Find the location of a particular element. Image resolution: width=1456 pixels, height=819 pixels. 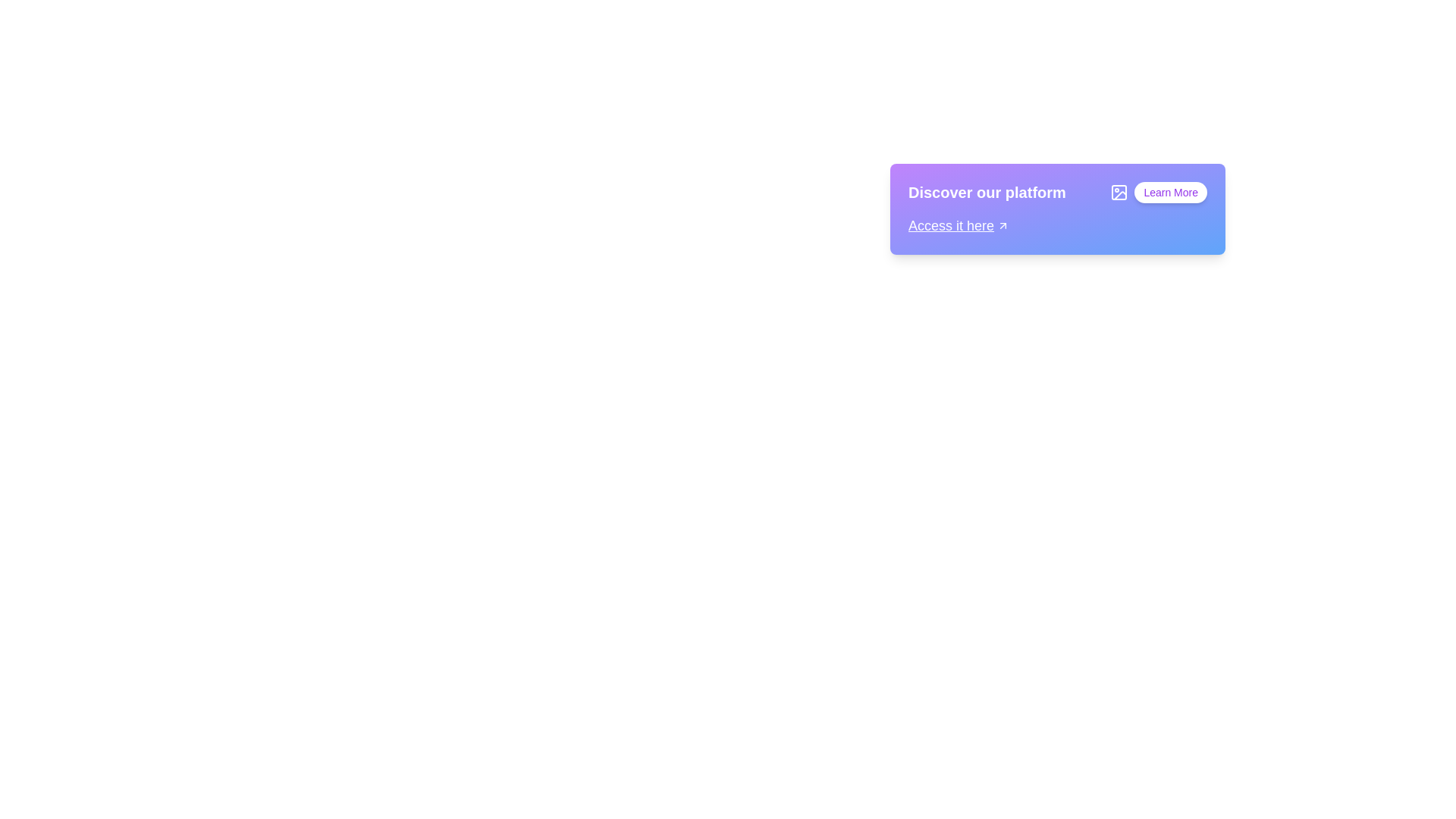

the text element that serves as a hyperlink, which is located in the bottom-left section of a purple-to-blue gradient box, next to an arrow icon and below the phrase 'Discover our platform' is located at coordinates (950, 225).